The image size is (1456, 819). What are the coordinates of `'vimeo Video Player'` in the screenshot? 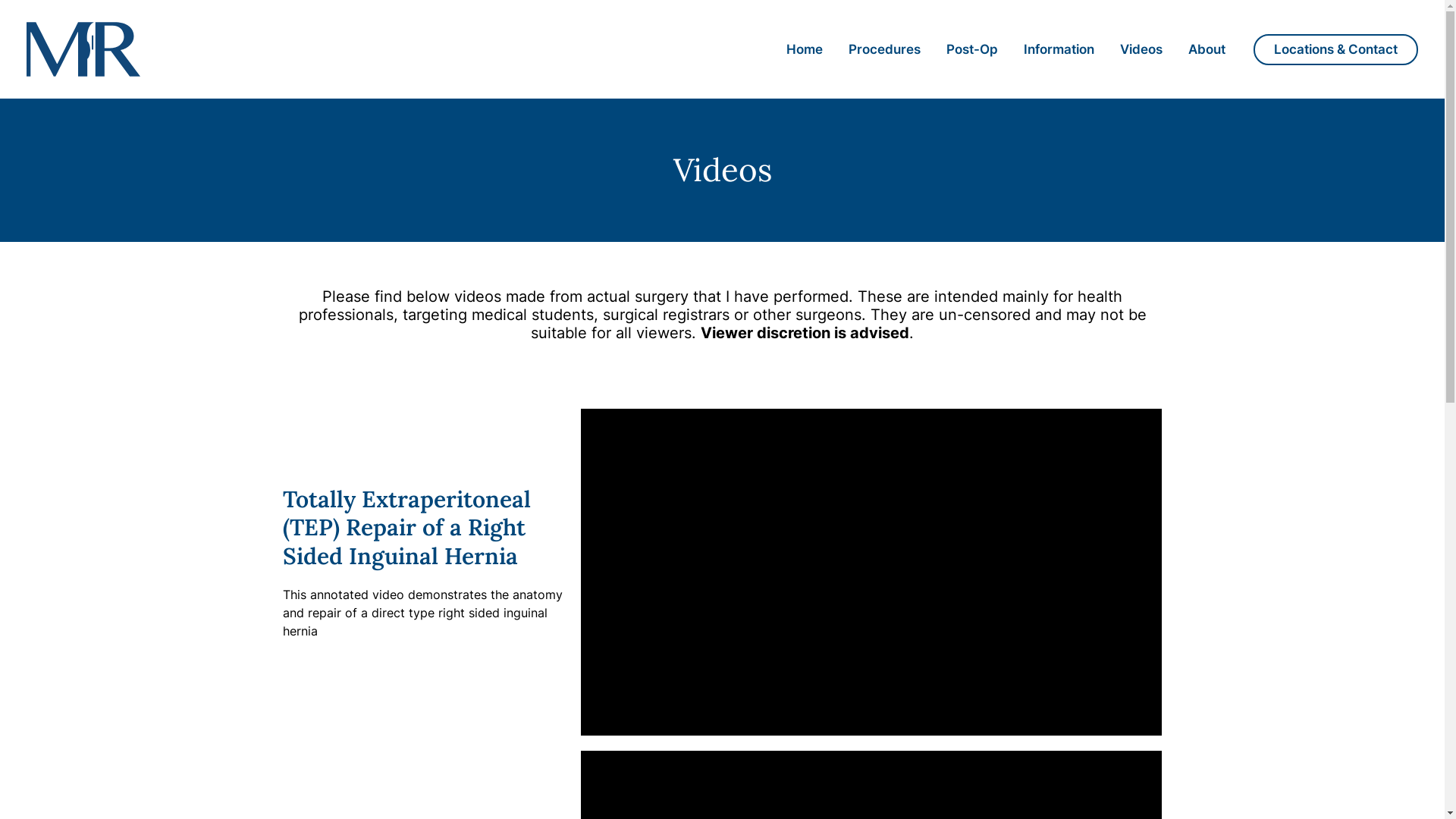 It's located at (580, 572).